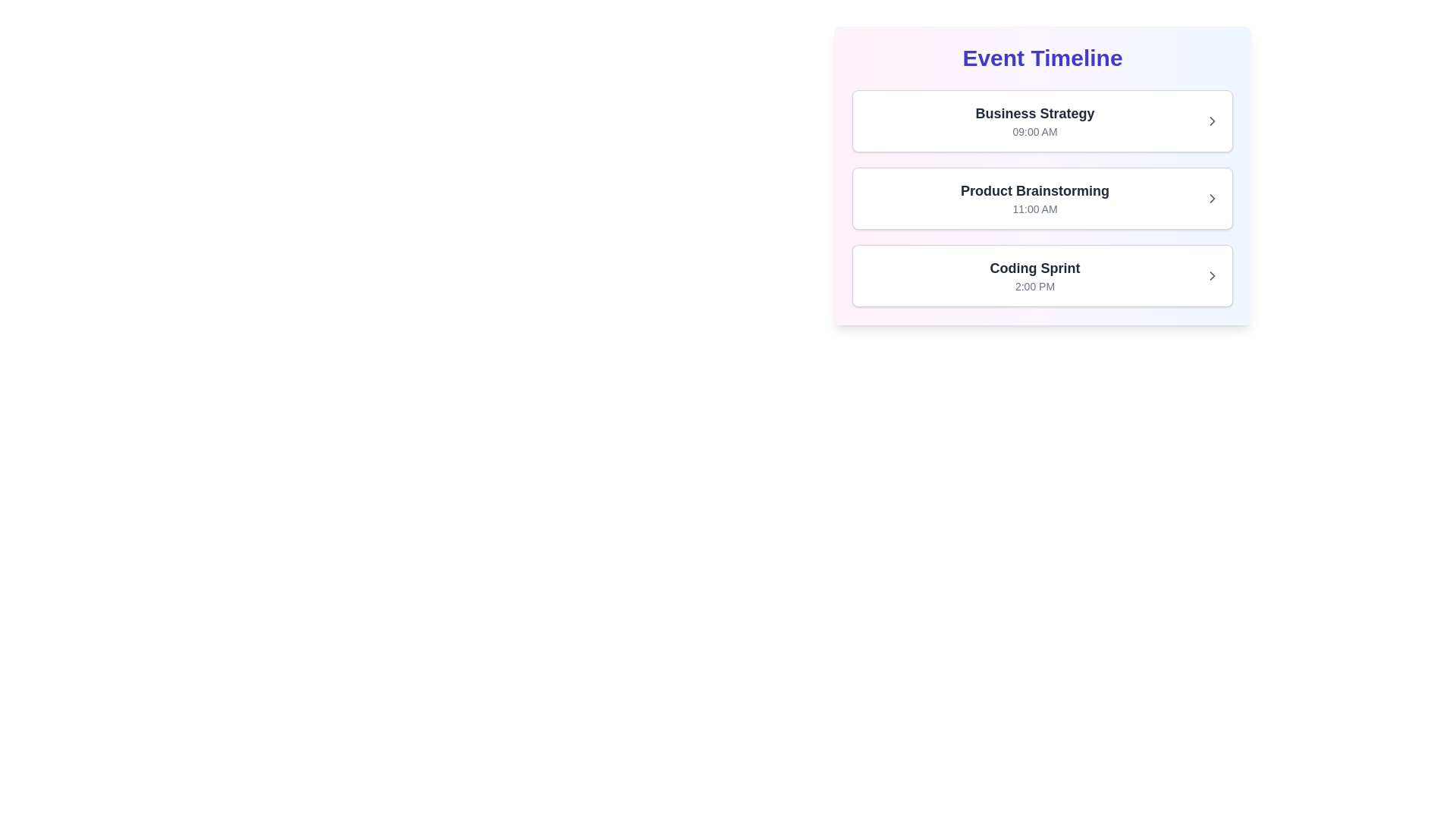  What do you see at coordinates (1041, 275) in the screenshot?
I see `the interactive list item labeled 'Coding Sprint'` at bounding box center [1041, 275].